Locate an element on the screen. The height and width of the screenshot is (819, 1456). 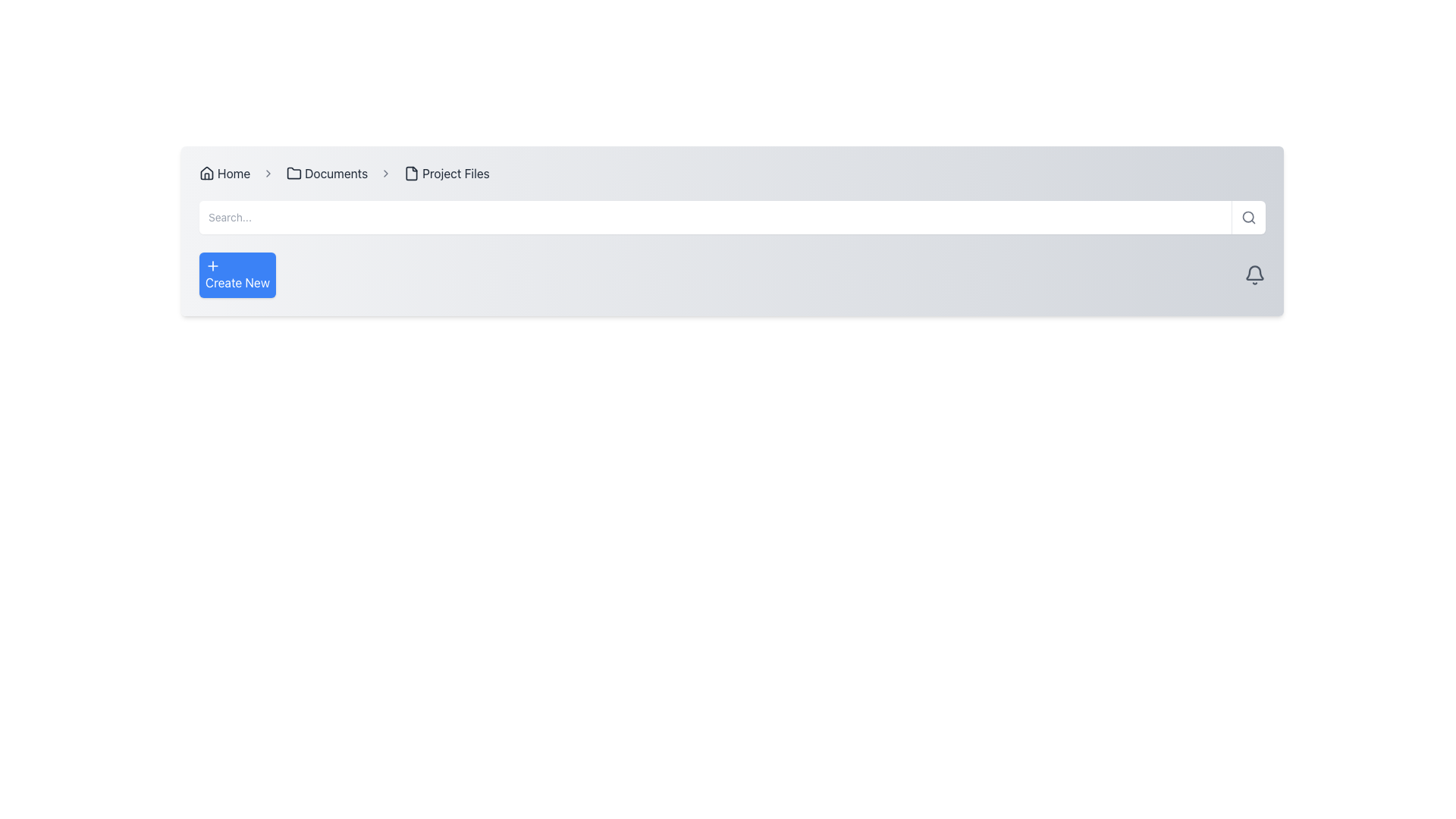
the small icon depicting a stylized file outline with a folded top-right corner, located in the breadcrumb navigation bar next to the text 'Project Files' is located at coordinates (412, 172).